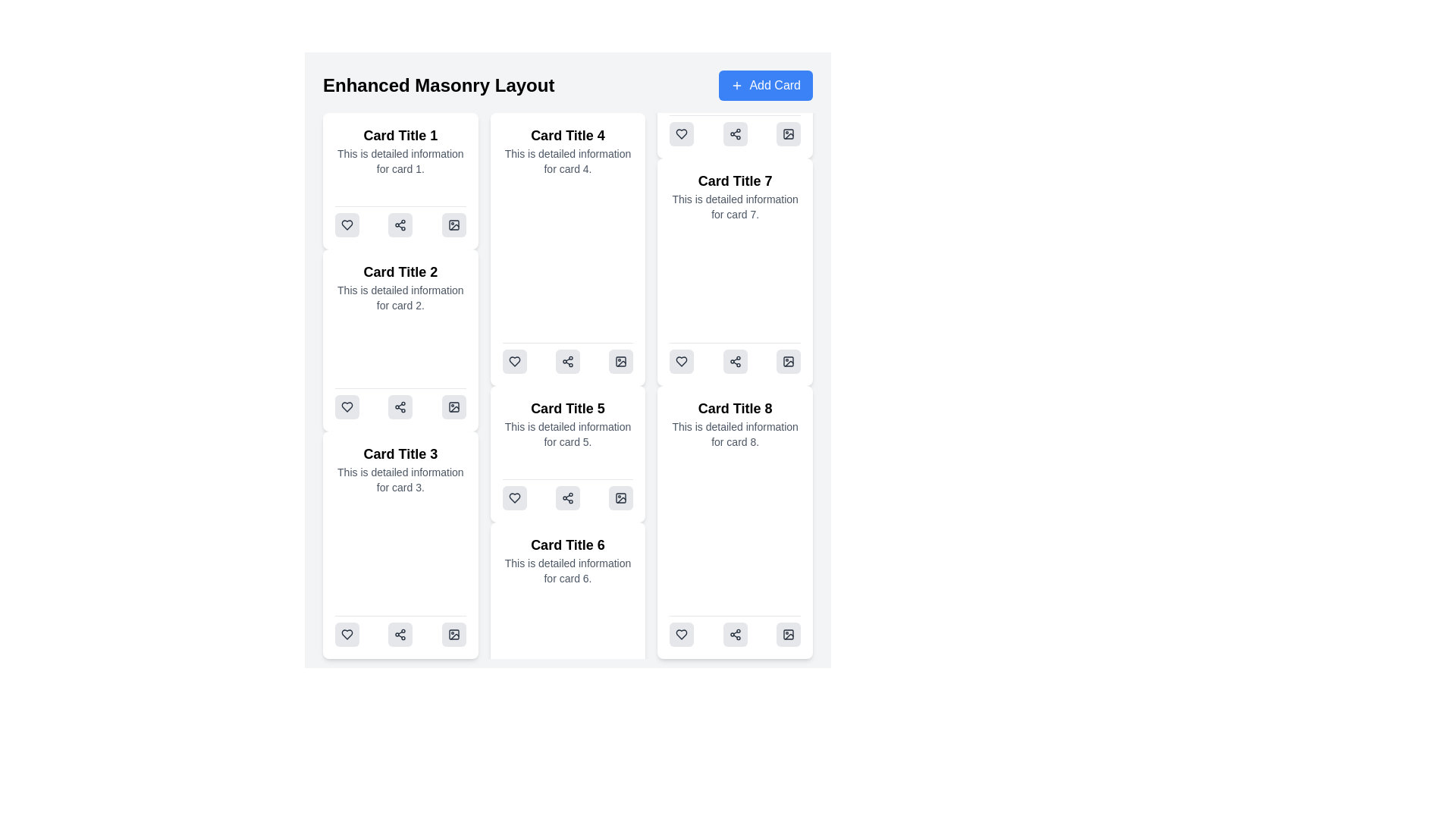 Image resolution: width=1456 pixels, height=819 pixels. What do you see at coordinates (346, 635) in the screenshot?
I see `the square button with a light gray background and a black-lined heart shape in the center, located under 'Card Title 3'` at bounding box center [346, 635].